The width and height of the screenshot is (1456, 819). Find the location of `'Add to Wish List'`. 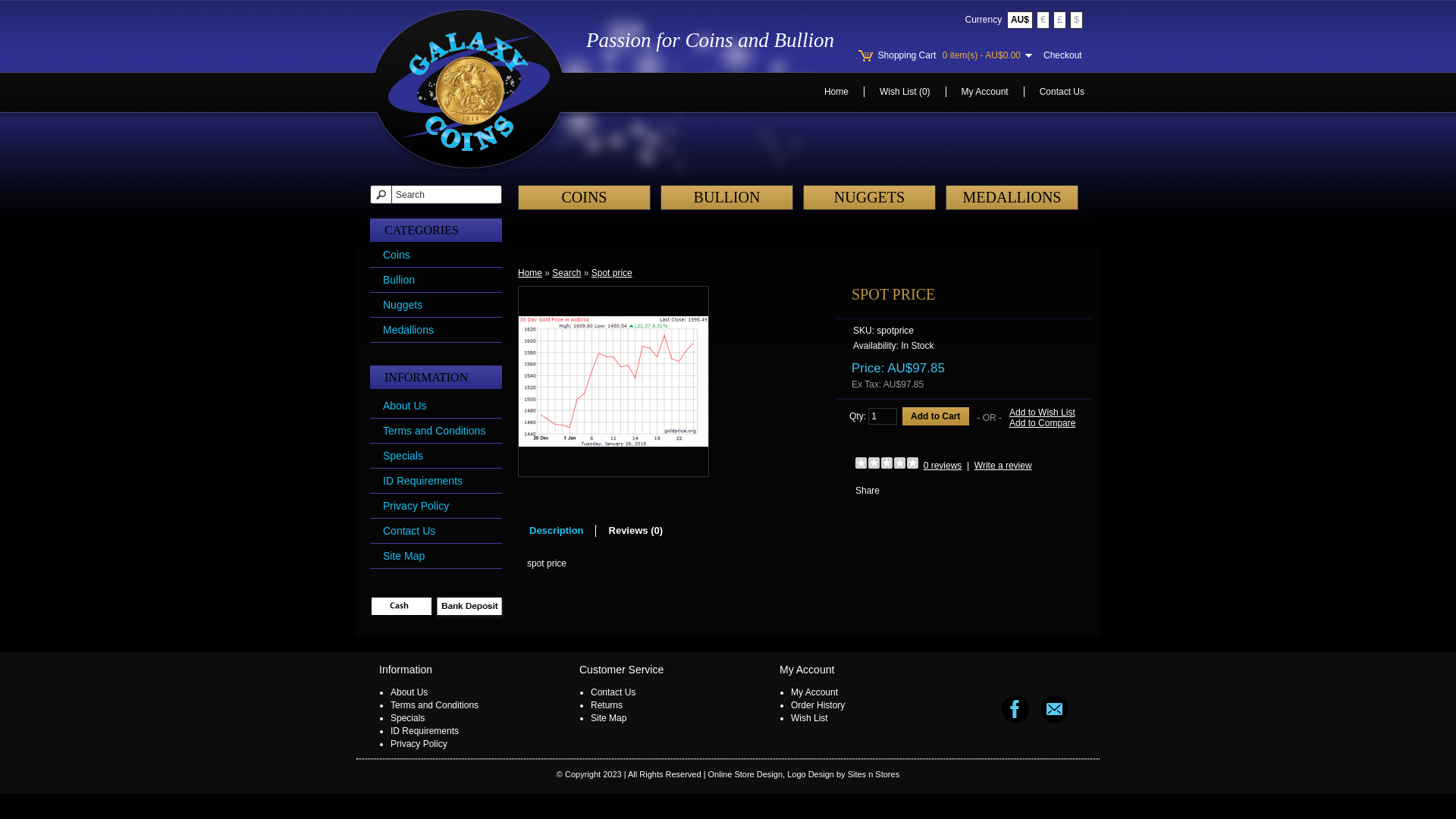

'Add to Wish List' is located at coordinates (1041, 412).